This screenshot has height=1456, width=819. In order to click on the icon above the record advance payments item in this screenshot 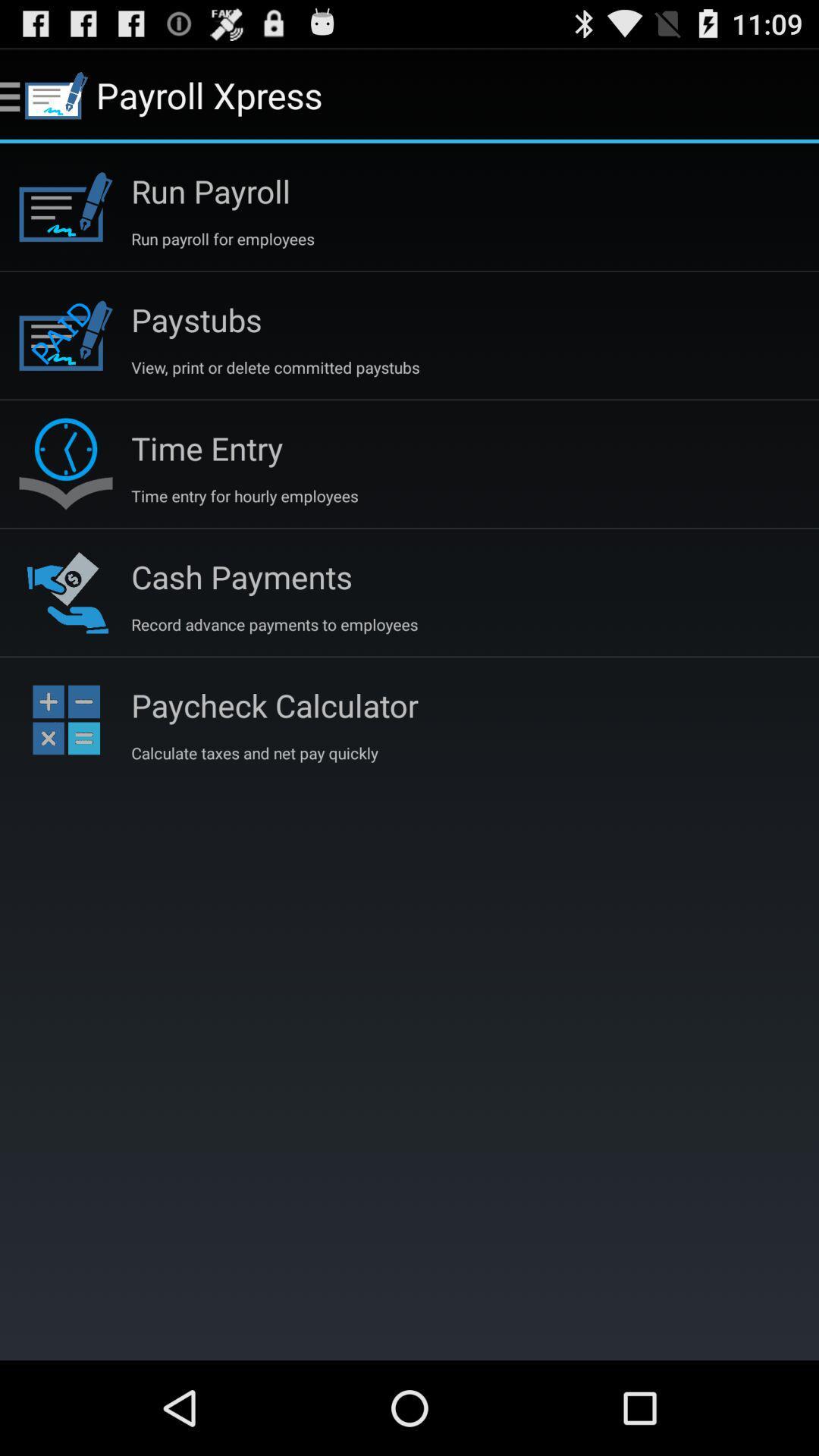, I will do `click(241, 576)`.